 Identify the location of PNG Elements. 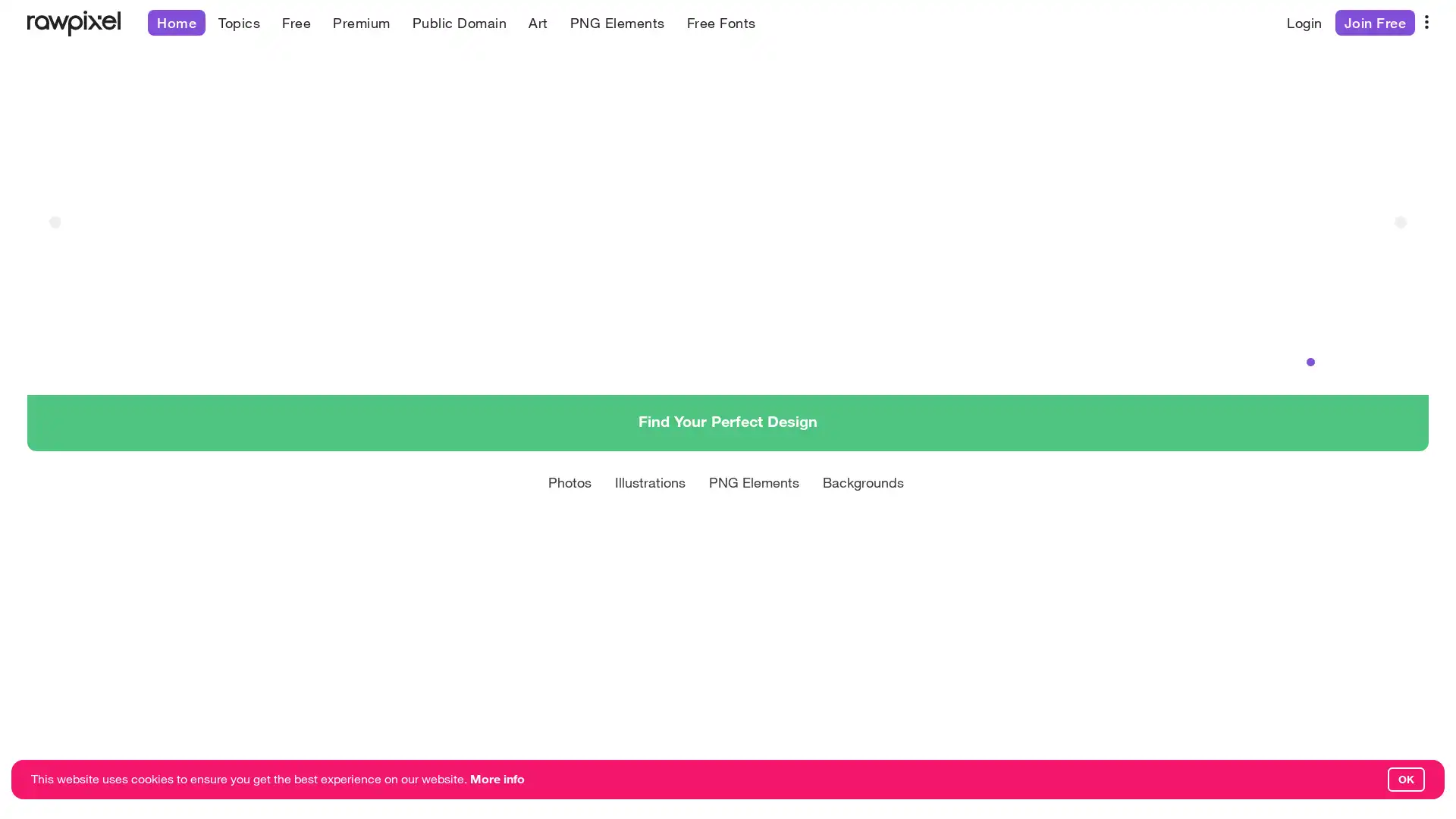
(754, 516).